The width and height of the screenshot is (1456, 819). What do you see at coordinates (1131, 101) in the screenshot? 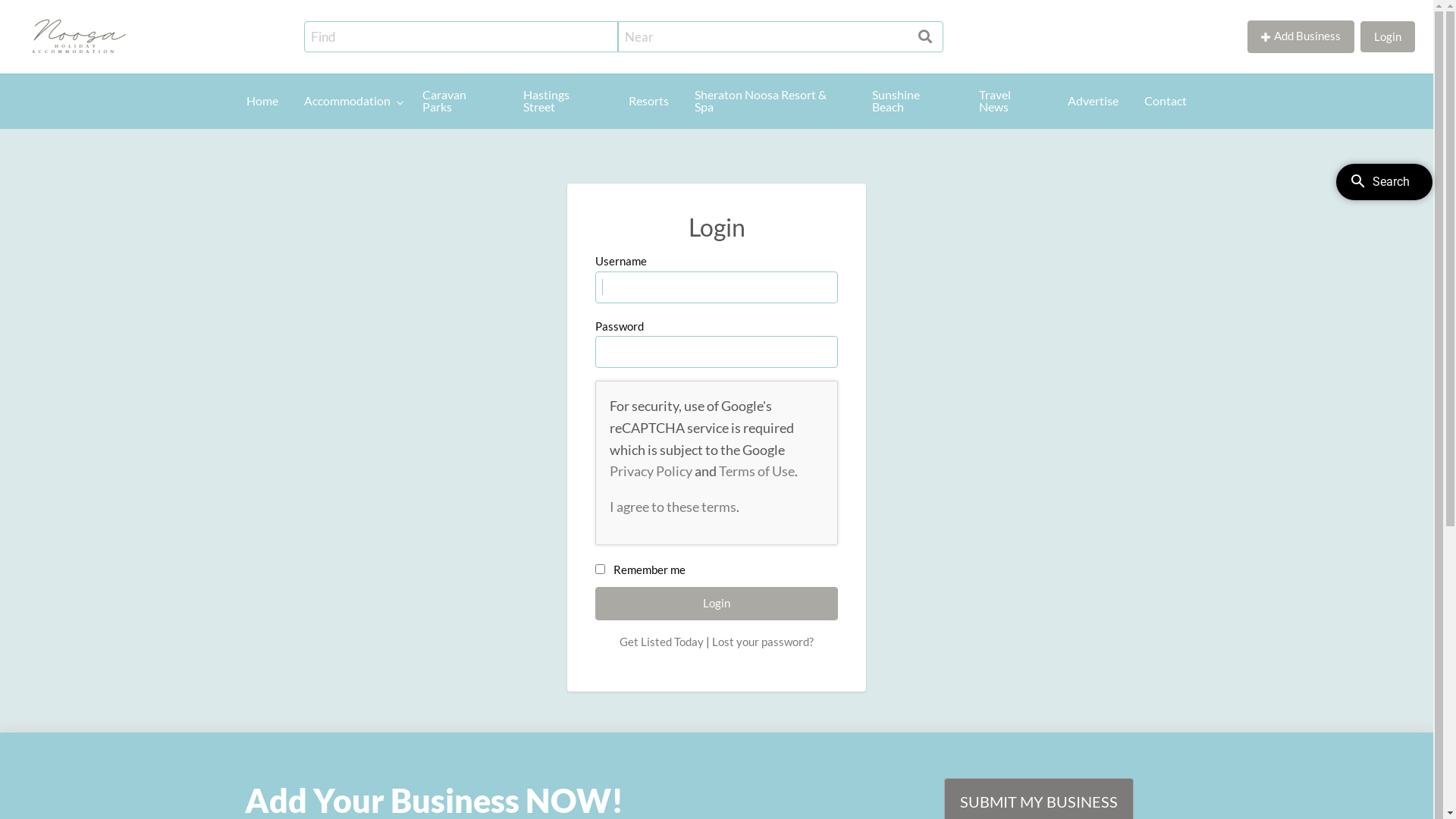
I see `'Contact'` at bounding box center [1131, 101].